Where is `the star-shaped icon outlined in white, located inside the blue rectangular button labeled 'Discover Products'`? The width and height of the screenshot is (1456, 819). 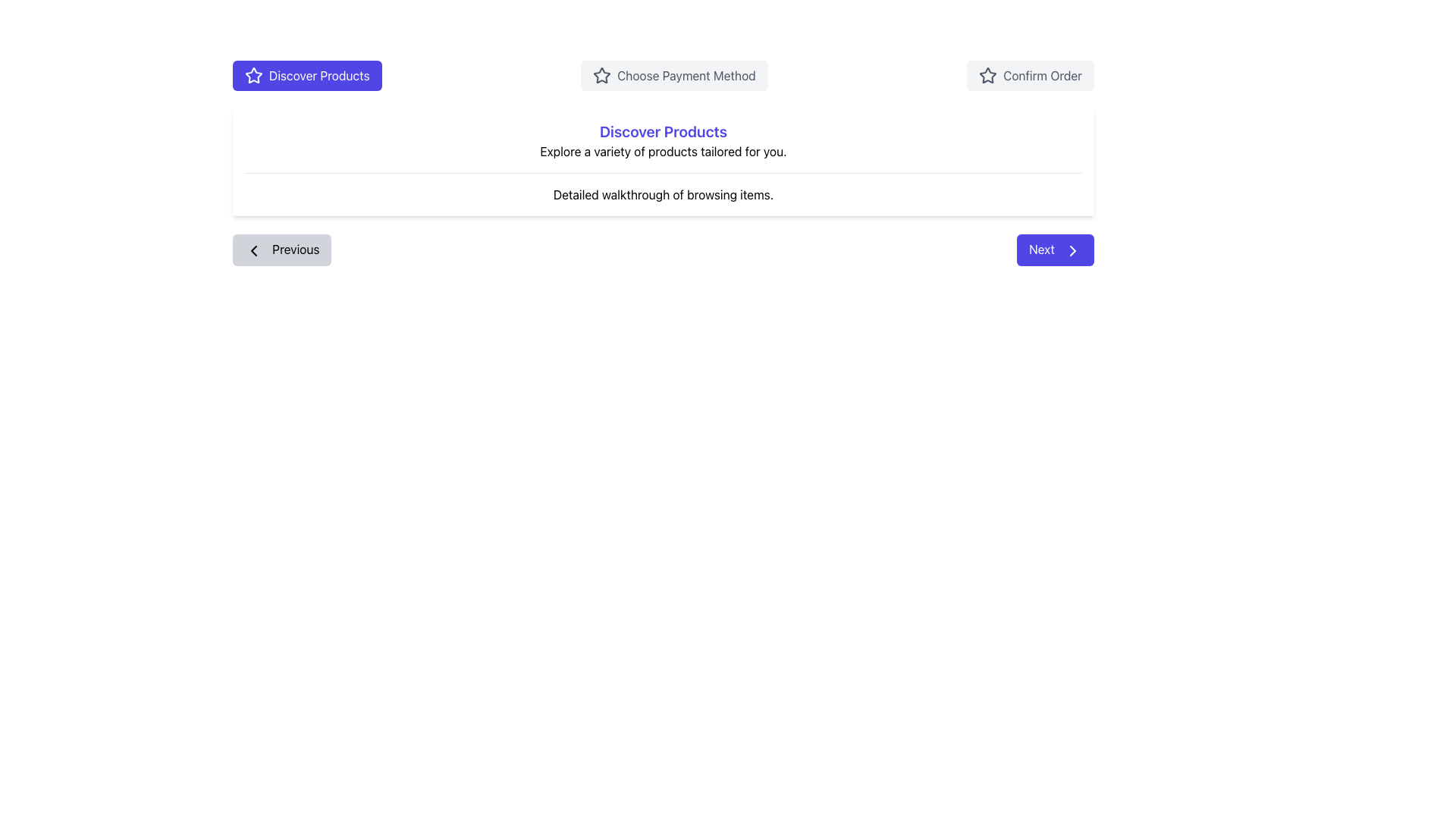 the star-shaped icon outlined in white, located inside the blue rectangular button labeled 'Discover Products' is located at coordinates (254, 76).